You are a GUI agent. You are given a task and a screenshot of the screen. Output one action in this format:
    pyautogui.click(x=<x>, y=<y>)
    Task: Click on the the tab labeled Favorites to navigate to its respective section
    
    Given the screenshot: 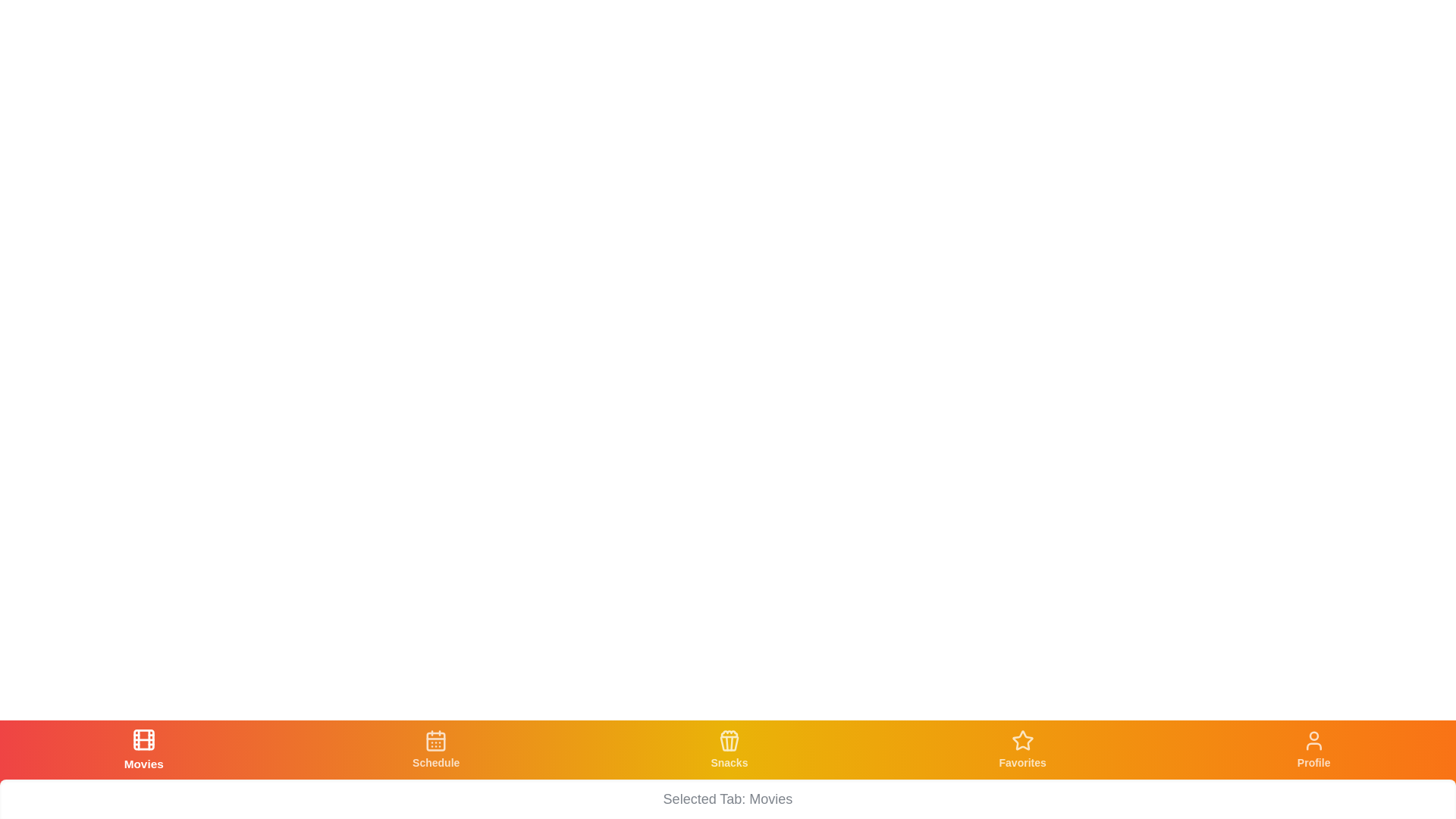 What is the action you would take?
    pyautogui.click(x=1022, y=748)
    